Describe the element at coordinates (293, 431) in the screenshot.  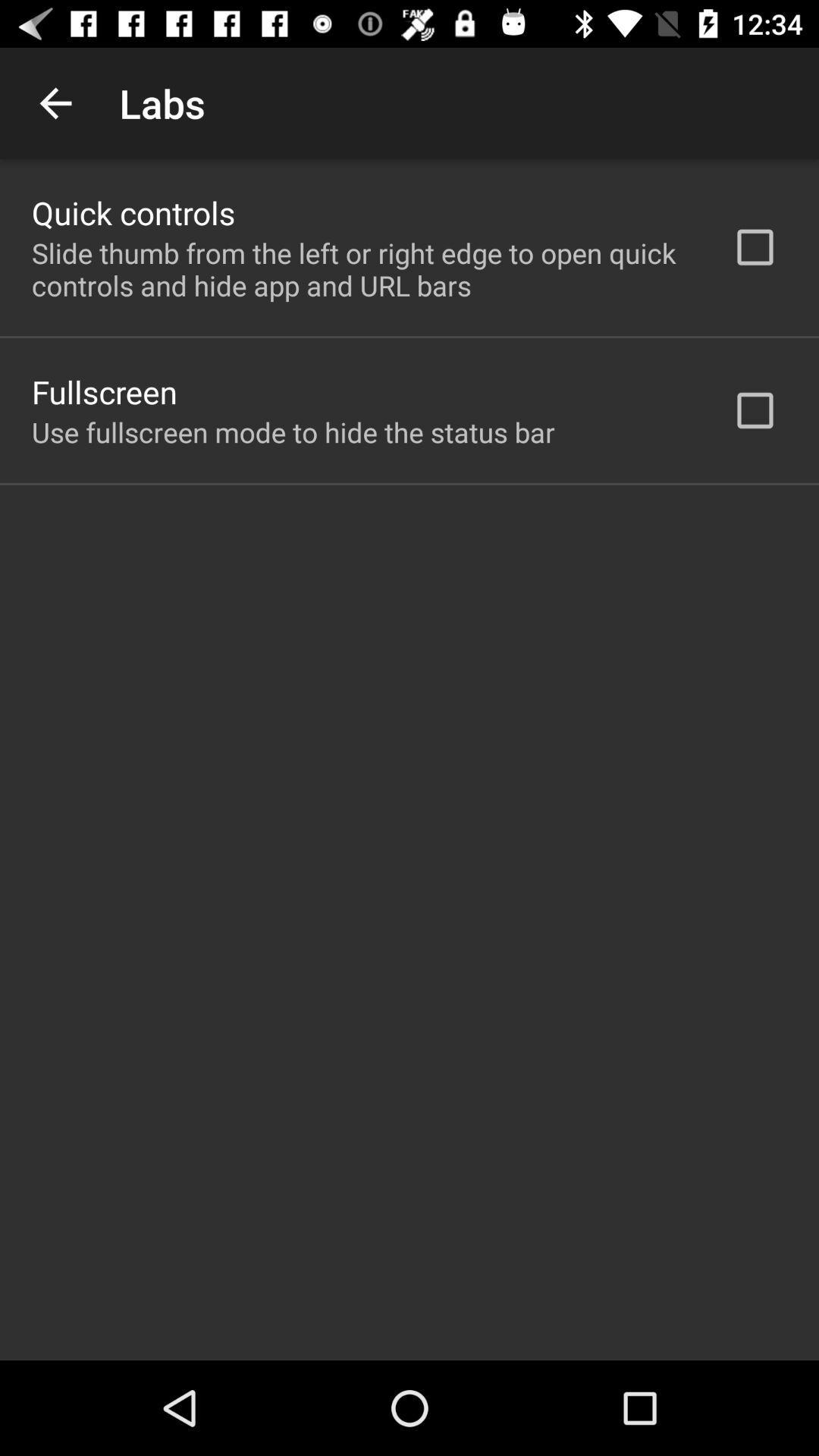
I see `item below fullscreen app` at that location.